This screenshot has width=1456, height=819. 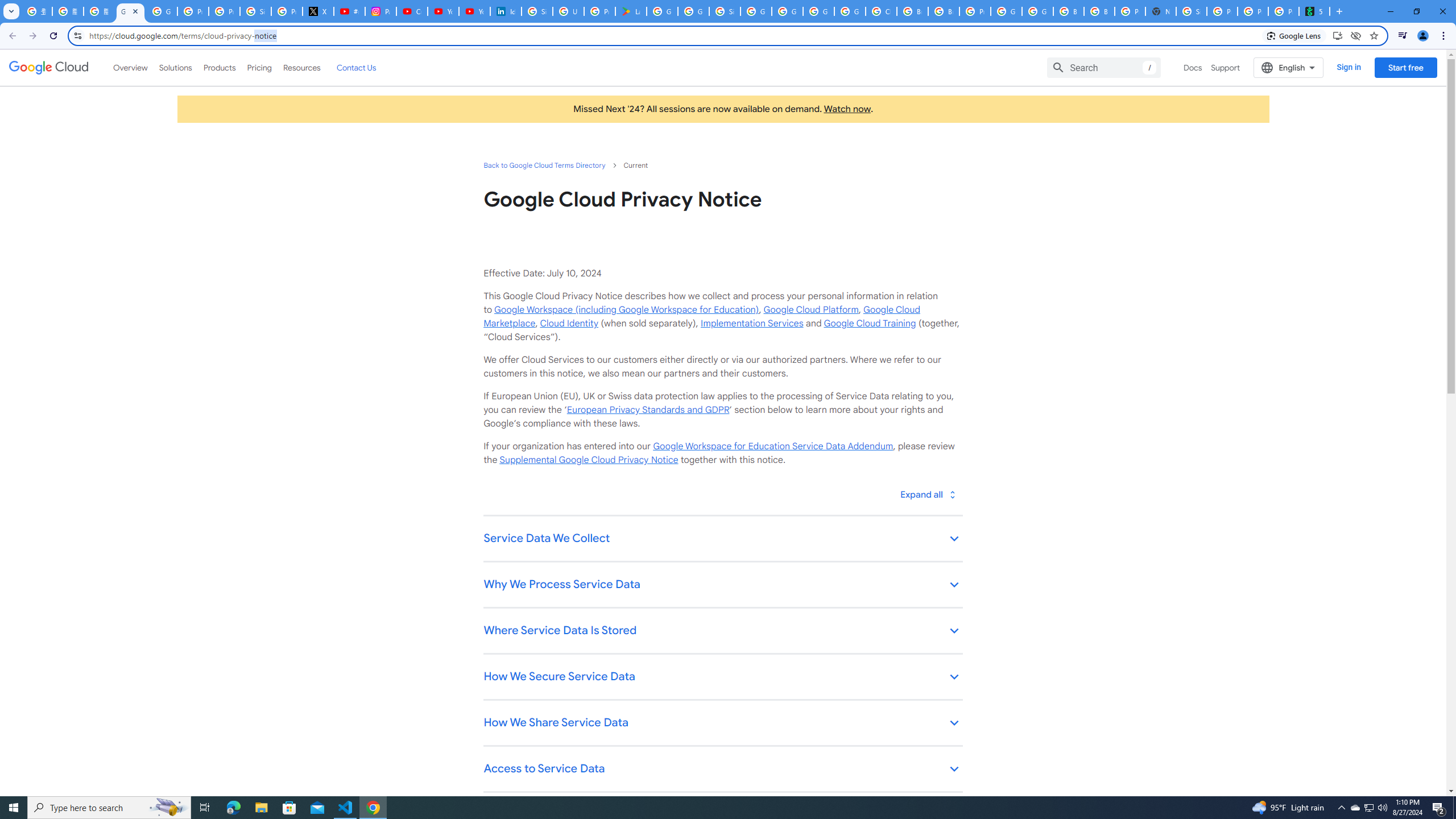 I want to click on 'Products', so click(x=218, y=67).